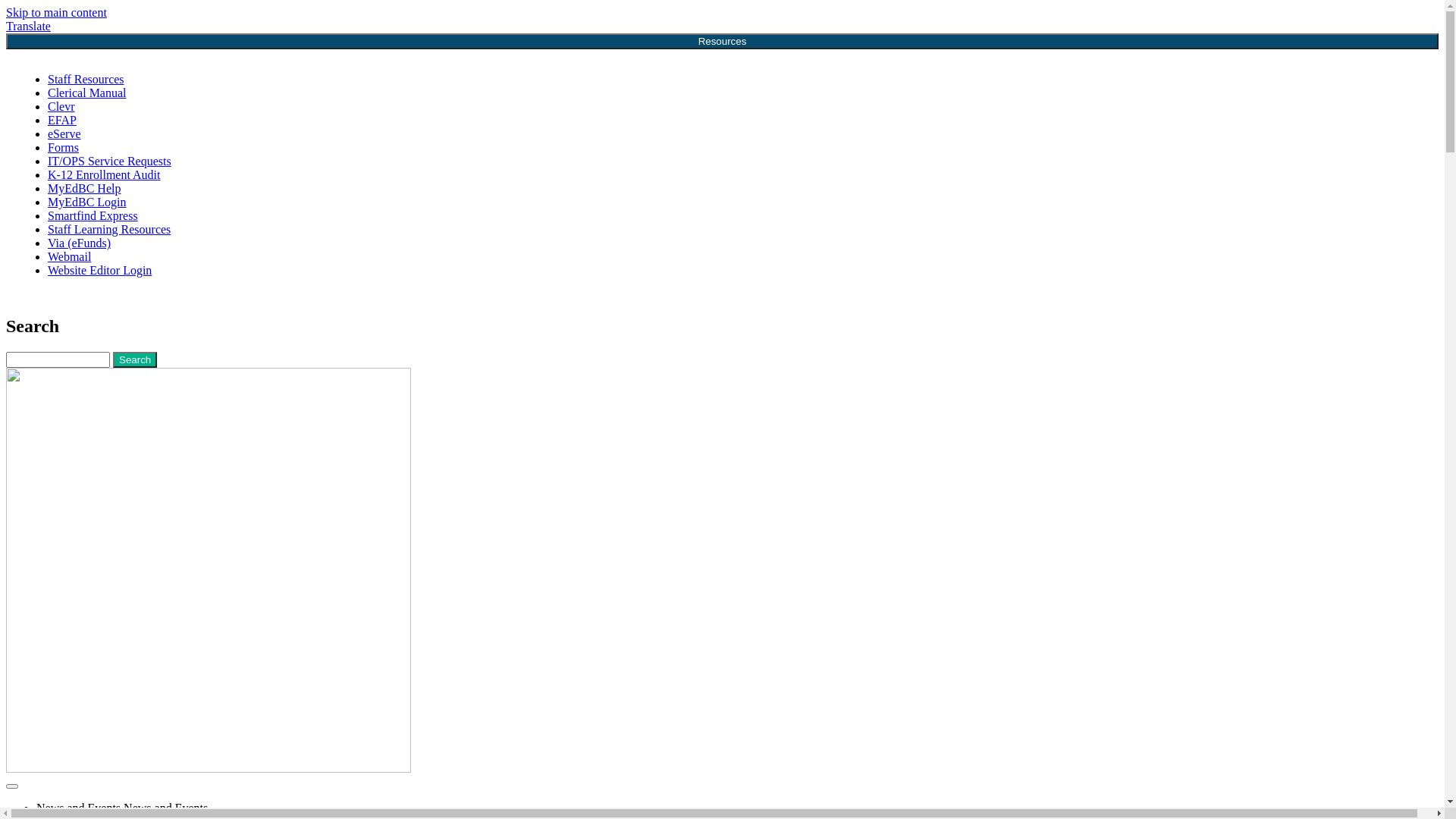 The image size is (1456, 819). Describe the element at coordinates (47, 187) in the screenshot. I see `'MyEdBC Help'` at that location.